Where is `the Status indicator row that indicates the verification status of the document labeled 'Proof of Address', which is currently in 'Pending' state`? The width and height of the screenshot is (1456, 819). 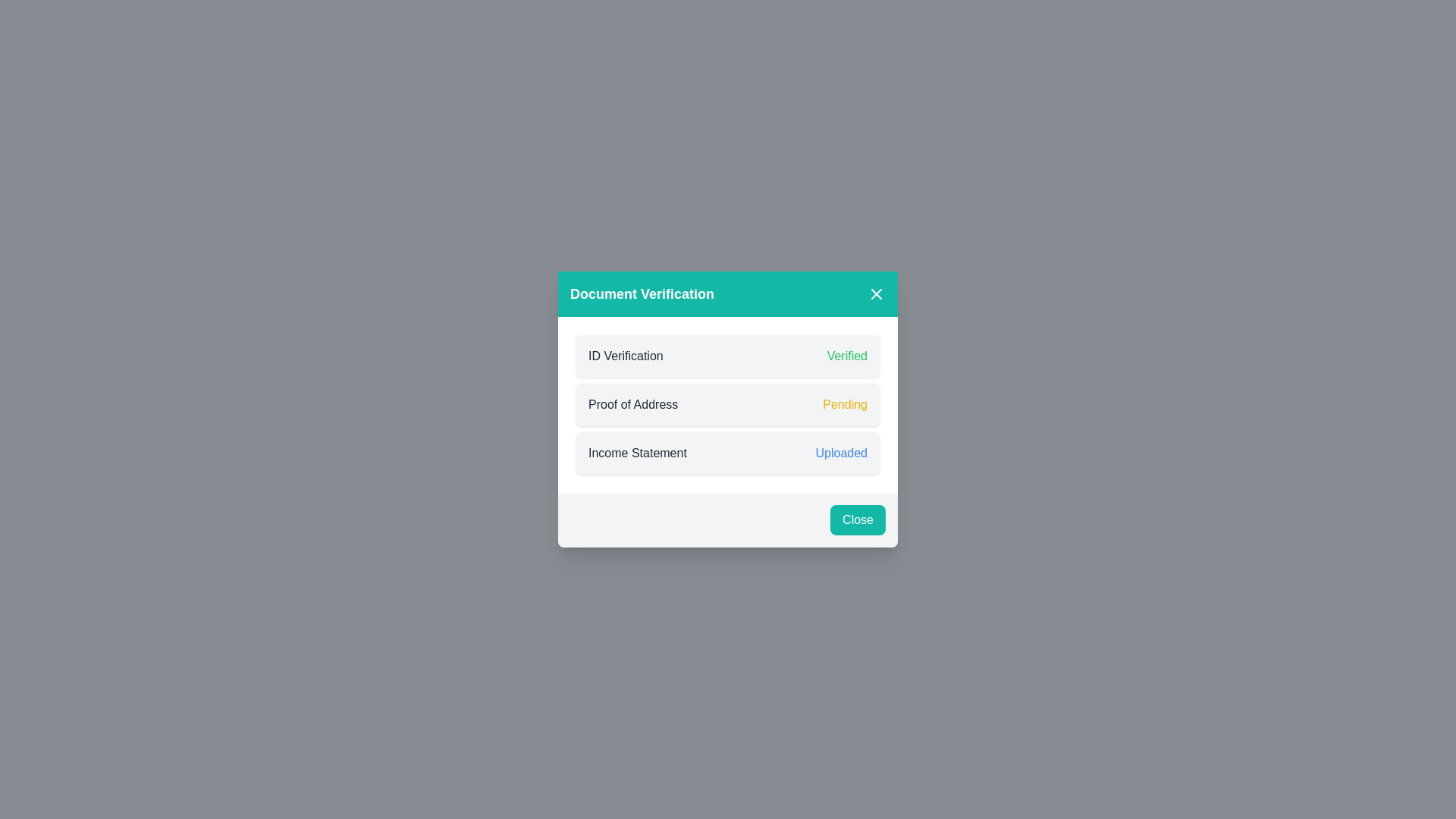
the Status indicator row that indicates the verification status of the document labeled 'Proof of Address', which is currently in 'Pending' state is located at coordinates (728, 403).